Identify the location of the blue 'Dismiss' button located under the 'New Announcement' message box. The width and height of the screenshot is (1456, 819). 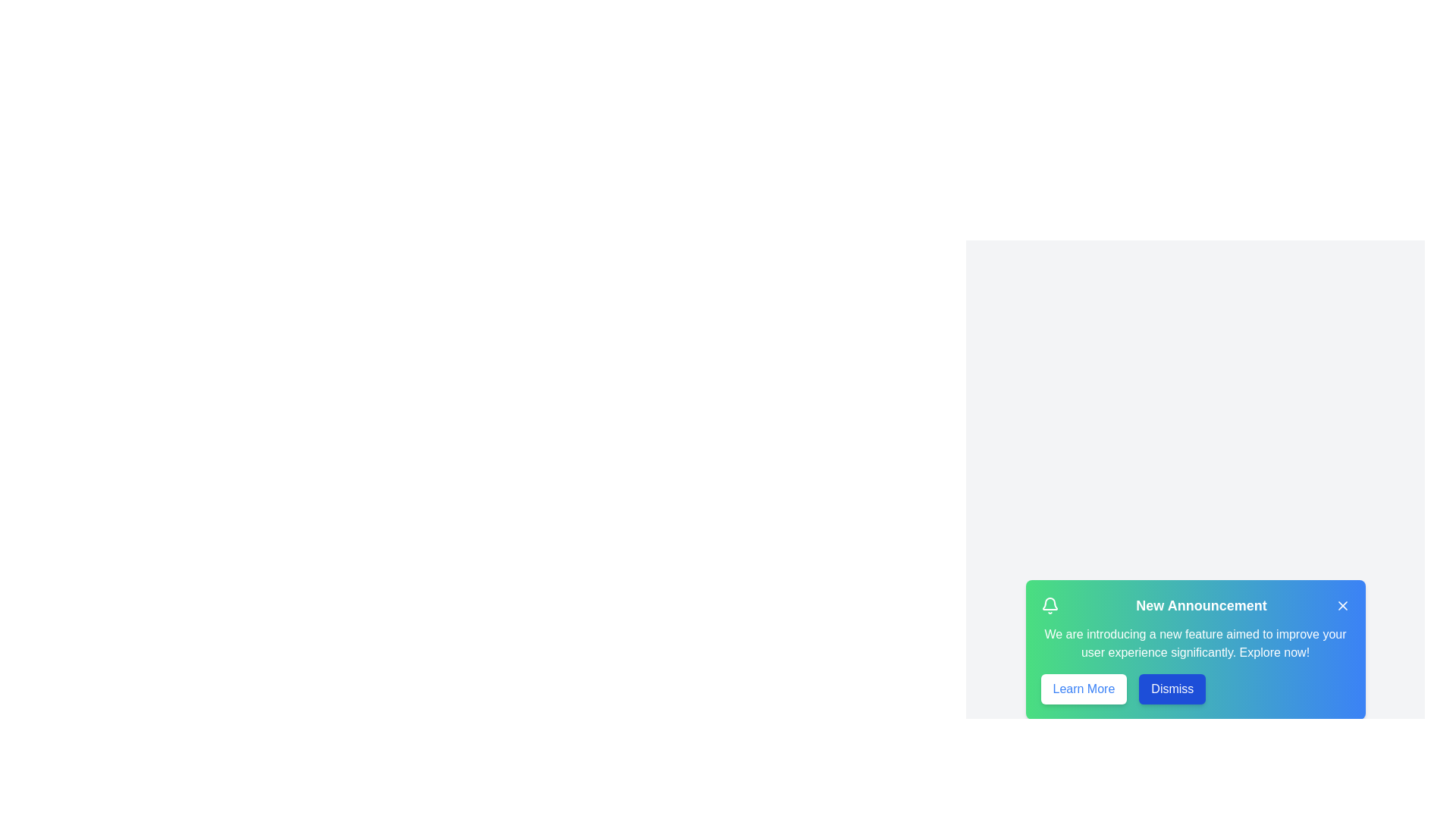
(1172, 689).